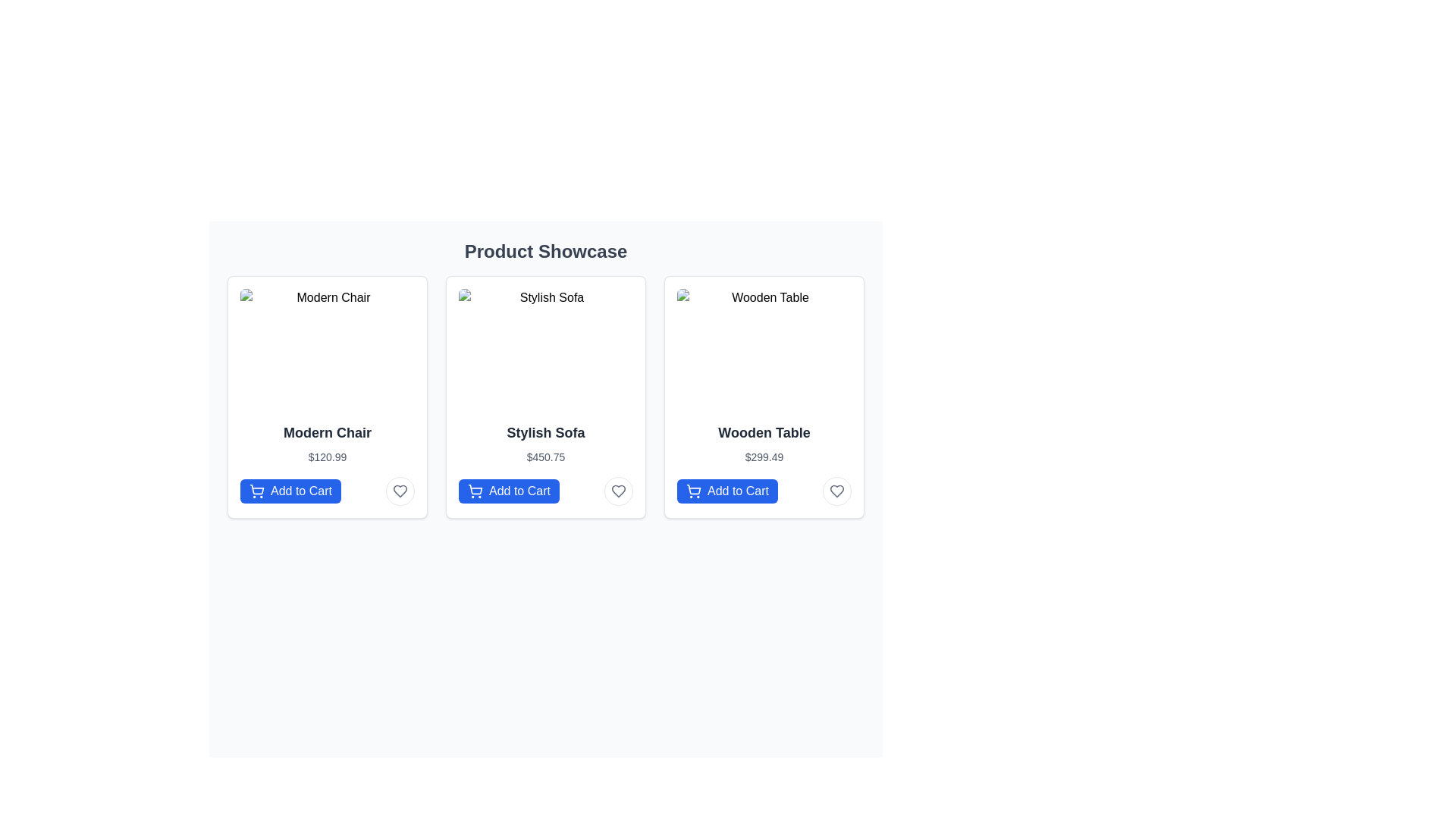 Image resolution: width=1456 pixels, height=819 pixels. I want to click on the price text element displaying '$450.75' located below the title 'Stylish Sofa' within the product card, so click(546, 456).